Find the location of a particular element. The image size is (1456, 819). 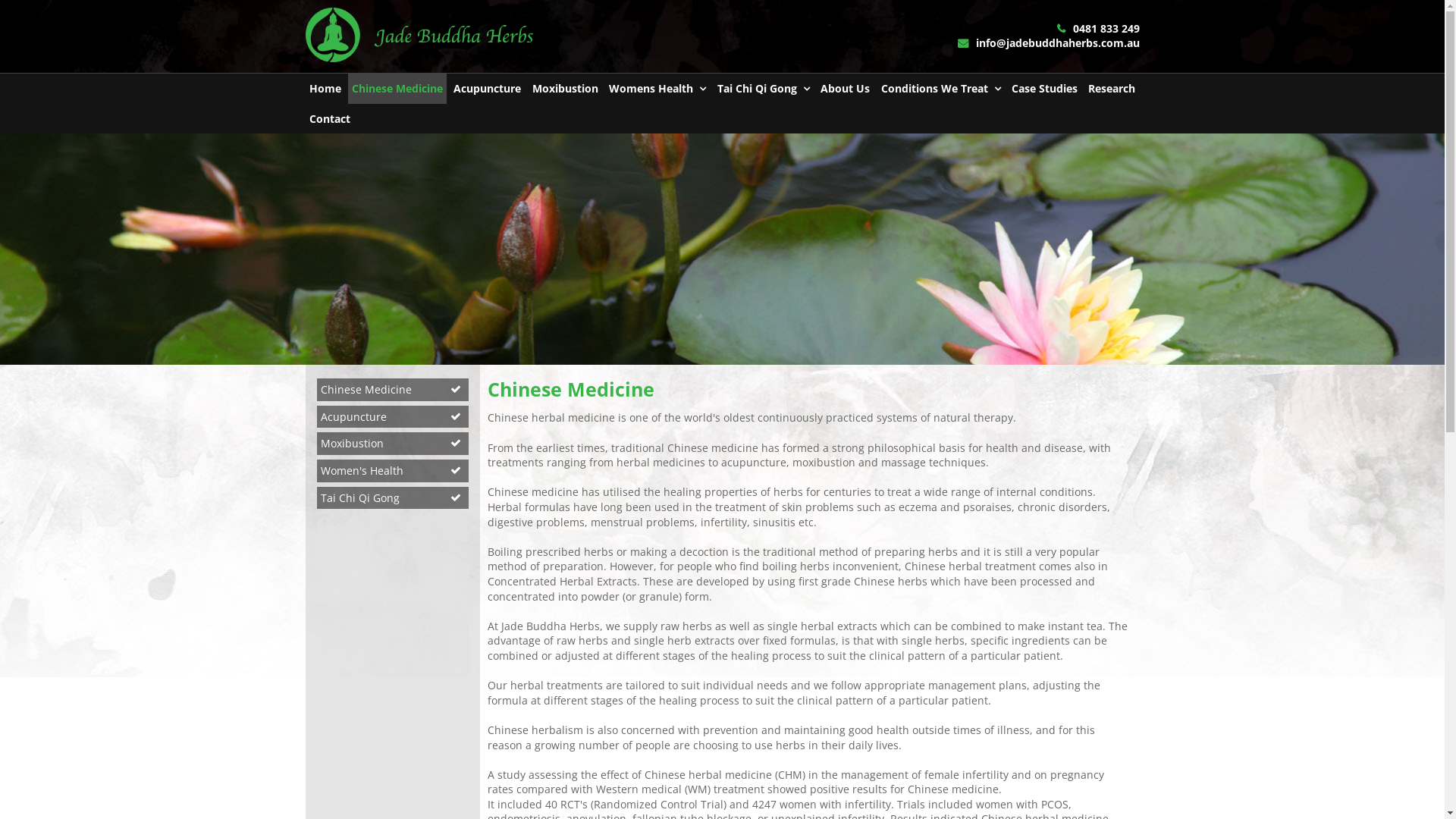

'Chinese Medicine' is located at coordinates (393, 388).